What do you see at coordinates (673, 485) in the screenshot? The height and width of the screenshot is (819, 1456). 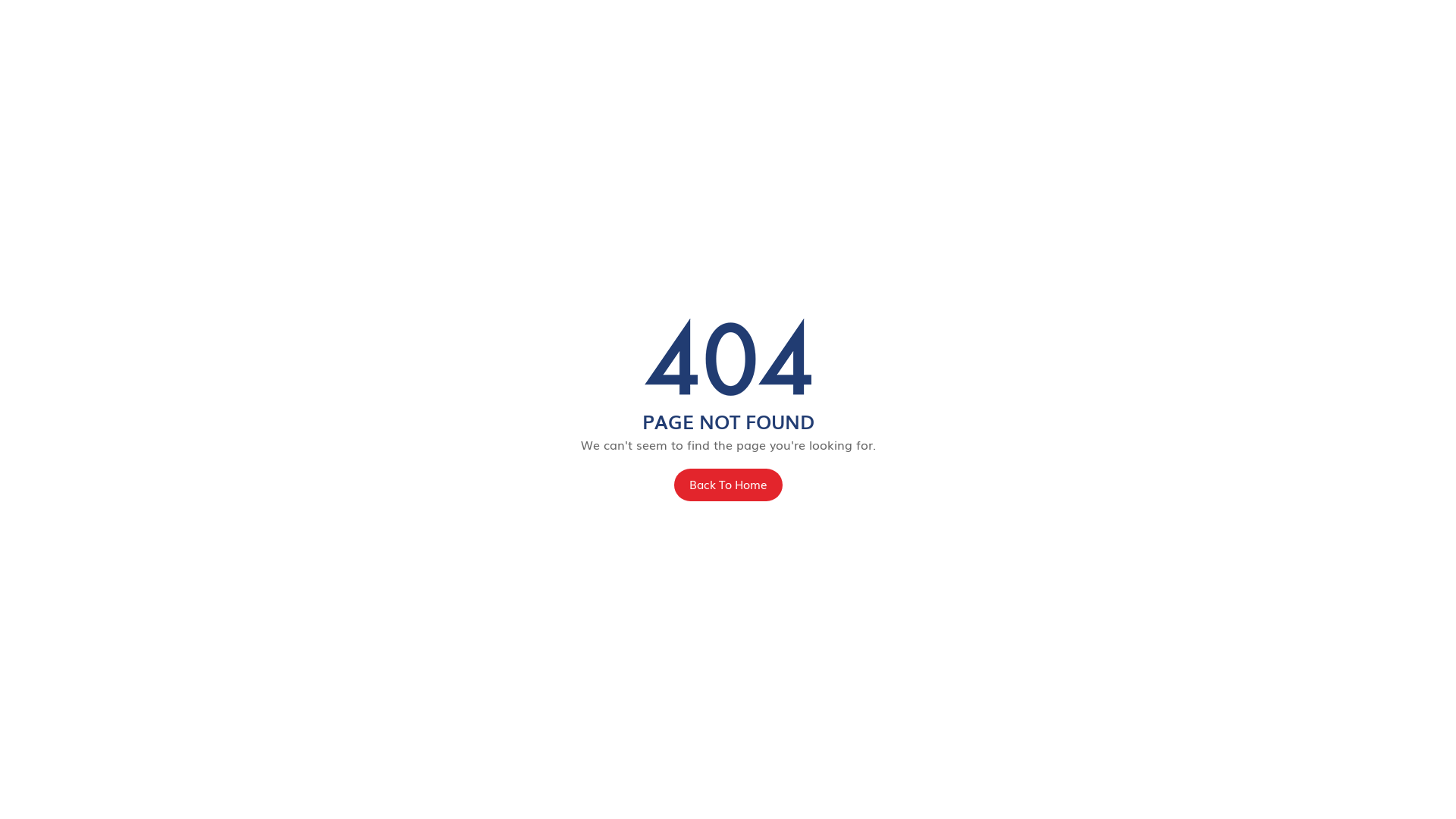 I see `'Back To Home'` at bounding box center [673, 485].